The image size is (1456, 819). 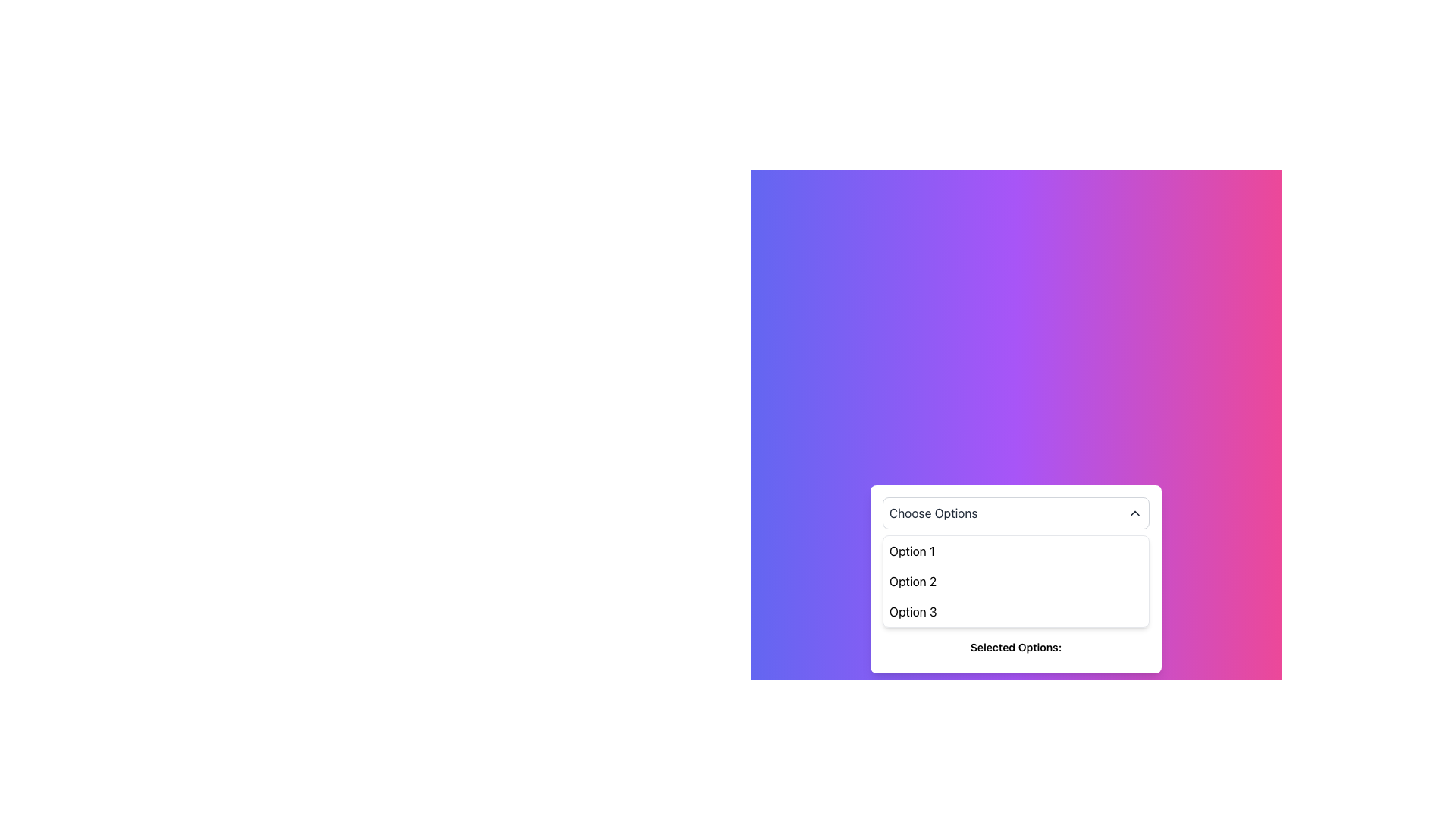 I want to click on the first selectable option in the dropdown menu located beneath the 'Choose Options' label, so click(x=912, y=551).